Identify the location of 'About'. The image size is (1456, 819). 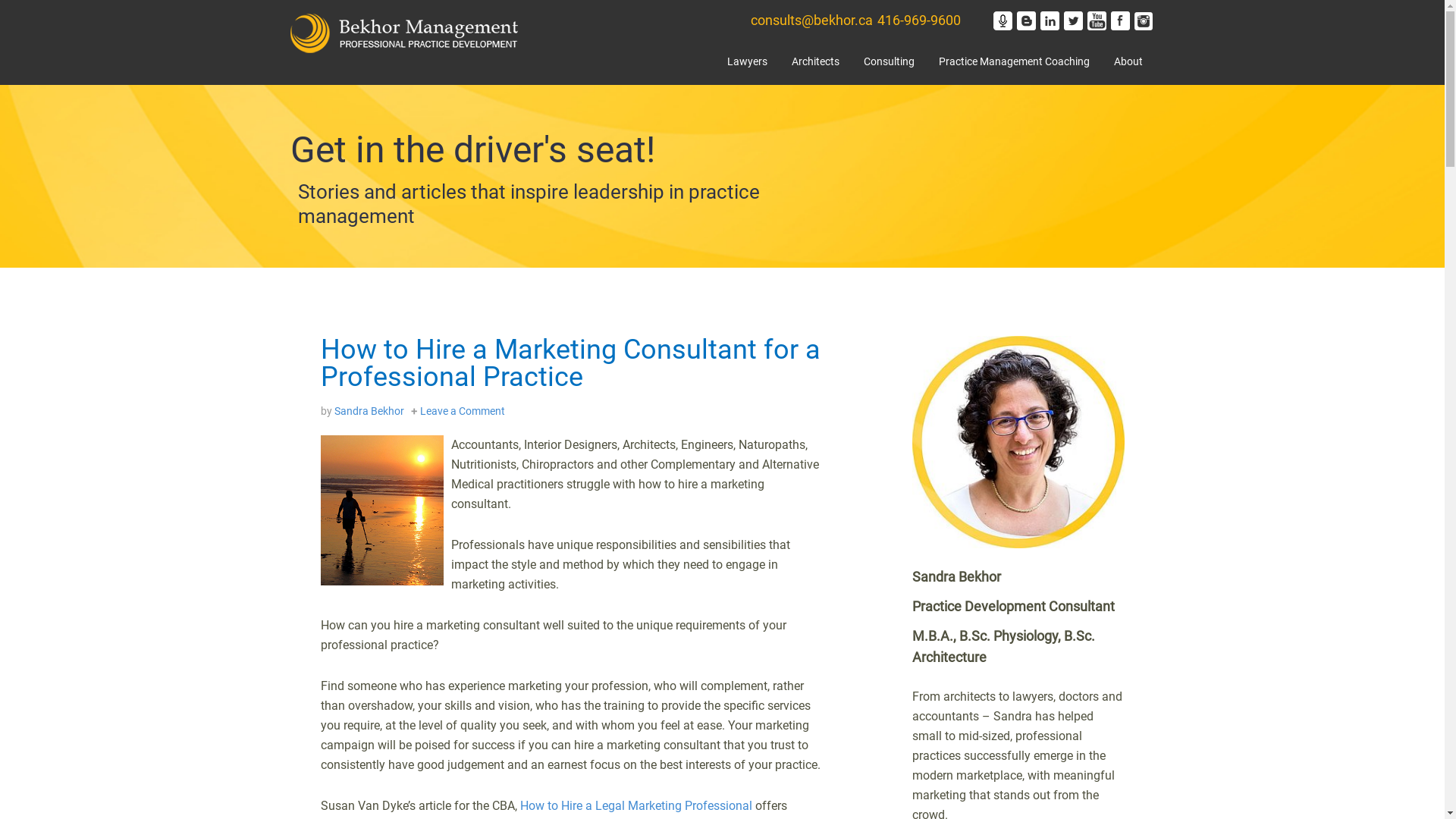
(1100, 64).